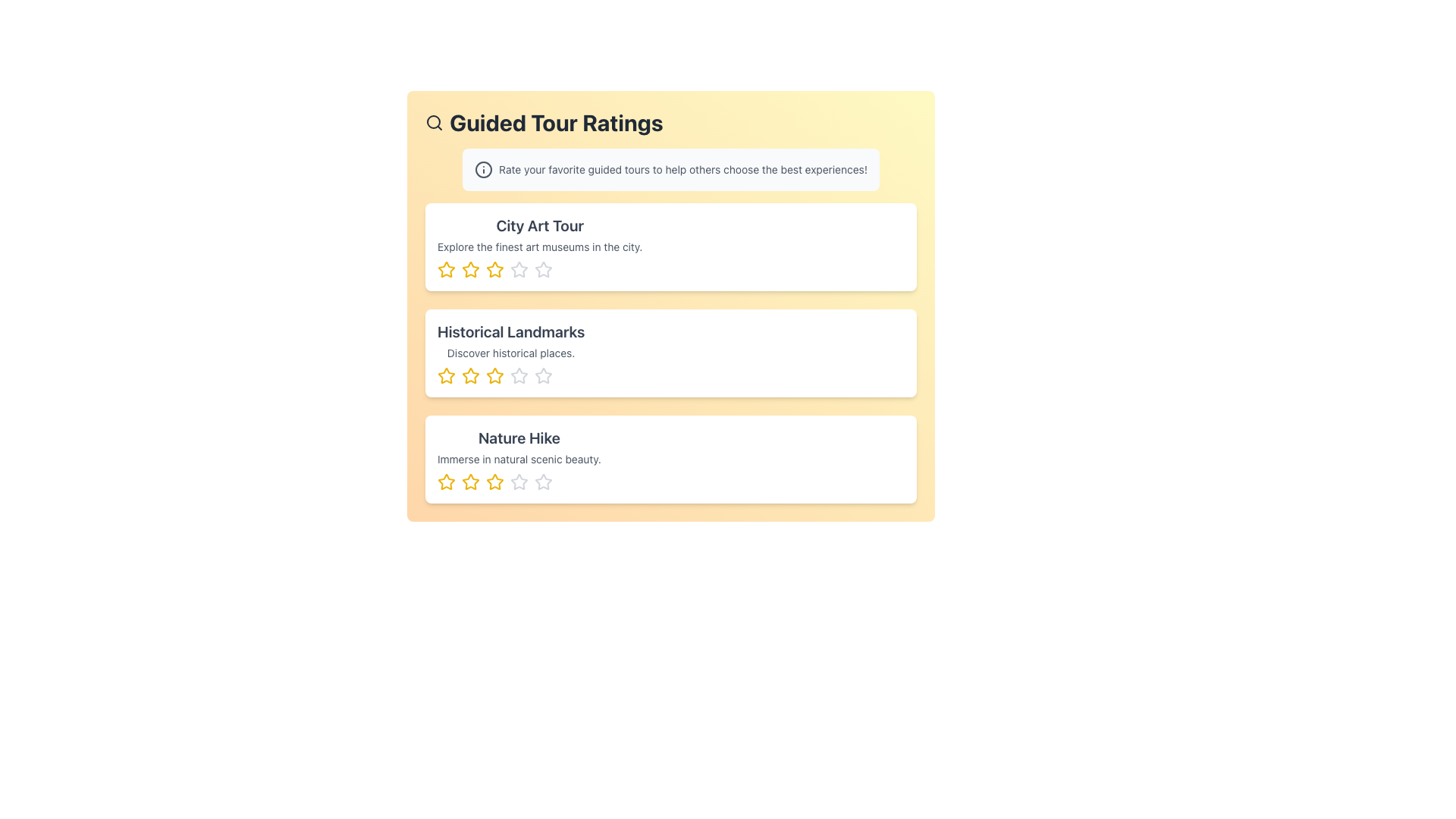 Image resolution: width=1456 pixels, height=819 pixels. What do you see at coordinates (519, 458) in the screenshot?
I see `the Text block element that reads 'Nature Hike' and describes it as 'Immerse in natural scenic beauty.'` at bounding box center [519, 458].